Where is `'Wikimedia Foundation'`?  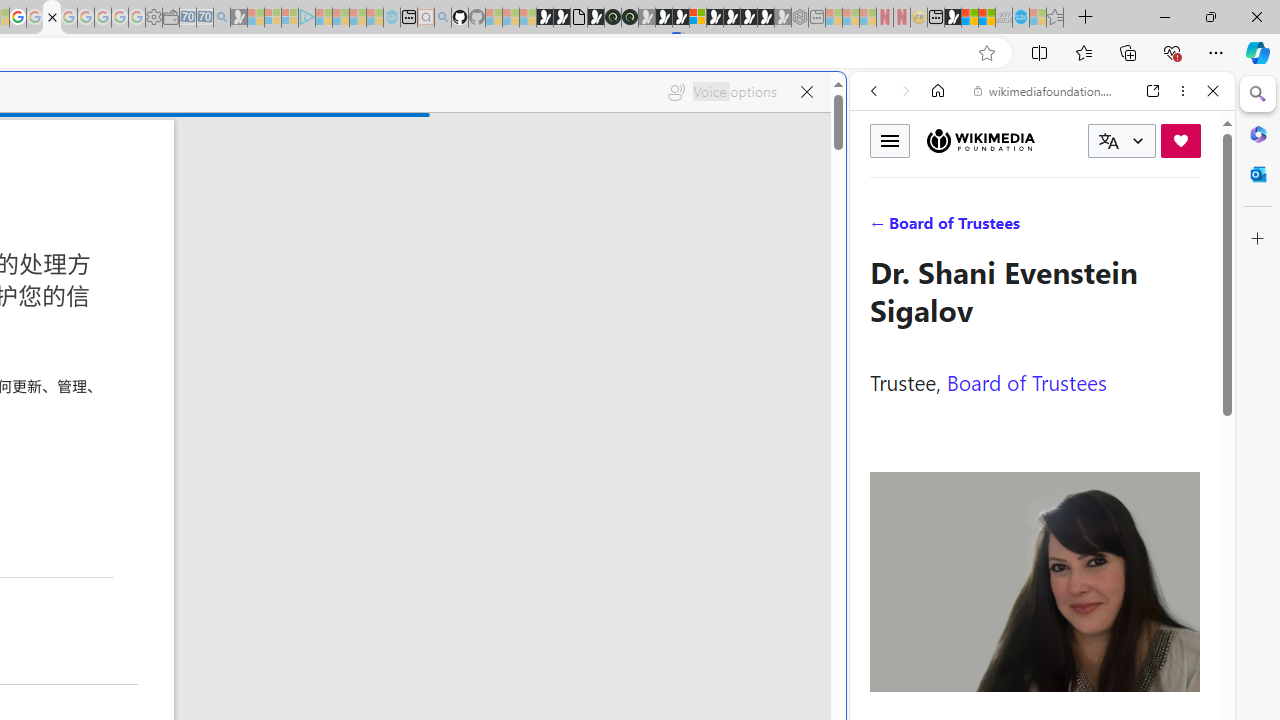 'Wikimedia Foundation' is located at coordinates (981, 139).